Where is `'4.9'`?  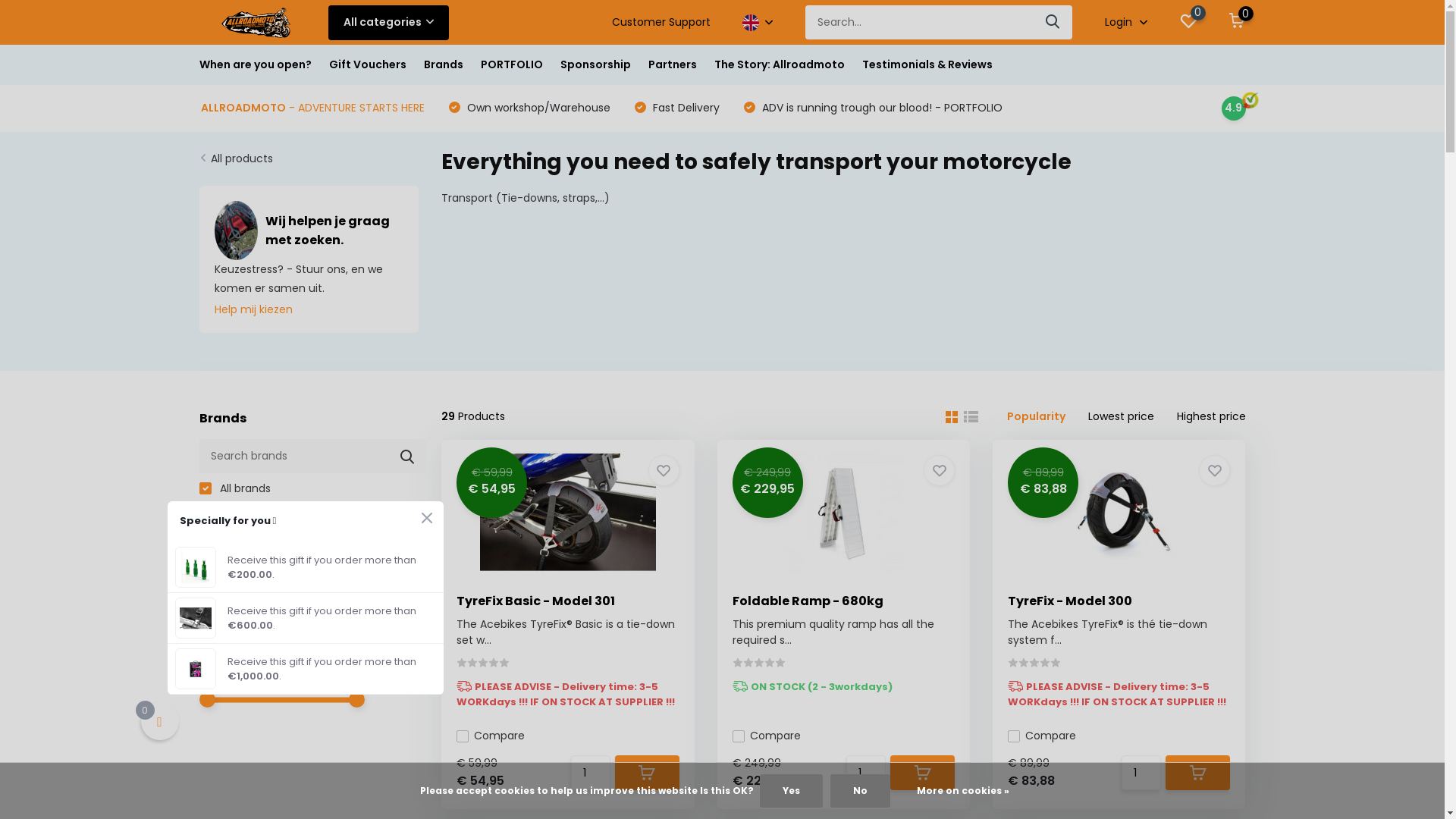 '4.9' is located at coordinates (1233, 107).